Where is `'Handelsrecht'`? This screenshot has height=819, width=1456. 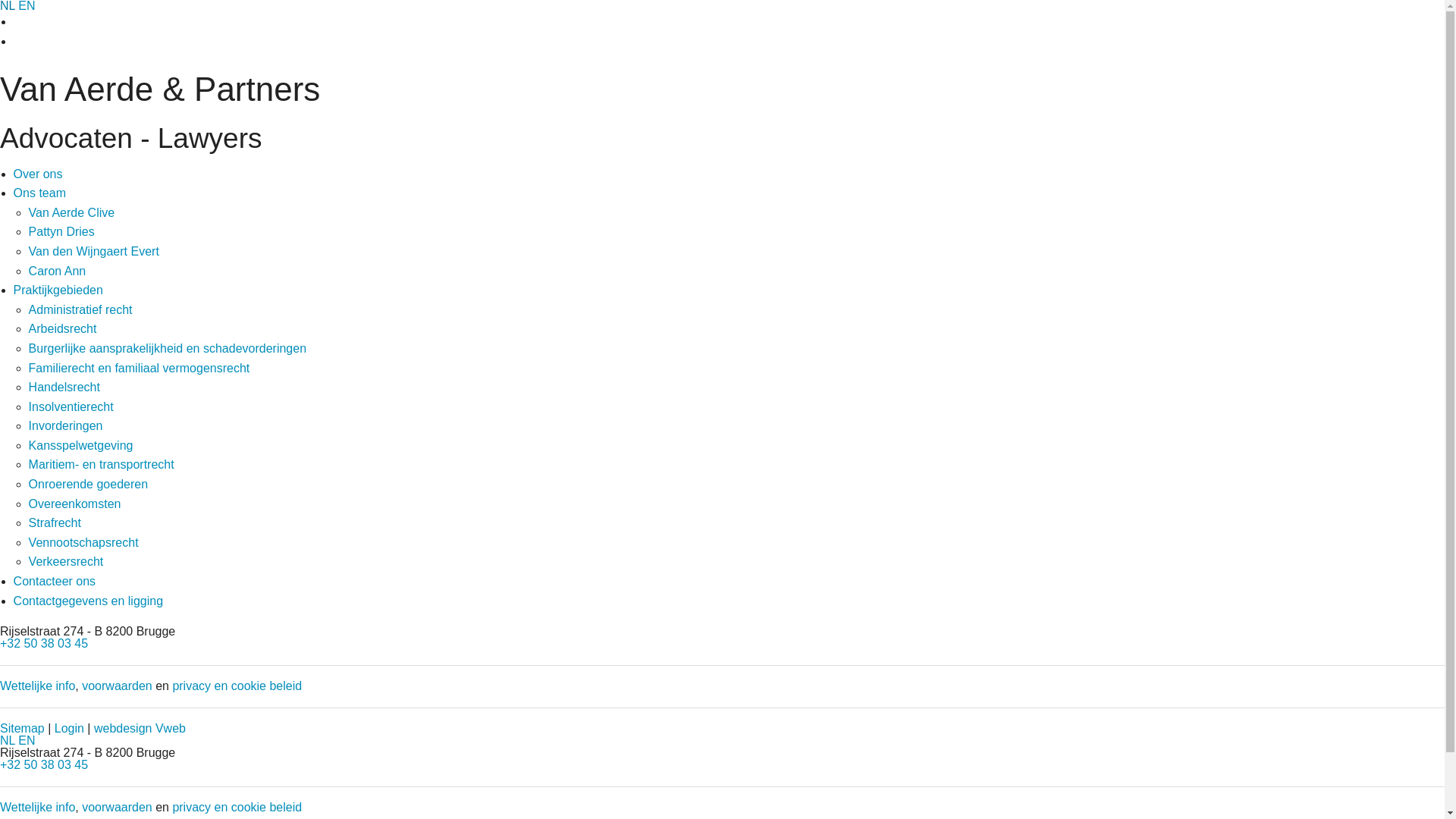
'Handelsrecht' is located at coordinates (64, 386).